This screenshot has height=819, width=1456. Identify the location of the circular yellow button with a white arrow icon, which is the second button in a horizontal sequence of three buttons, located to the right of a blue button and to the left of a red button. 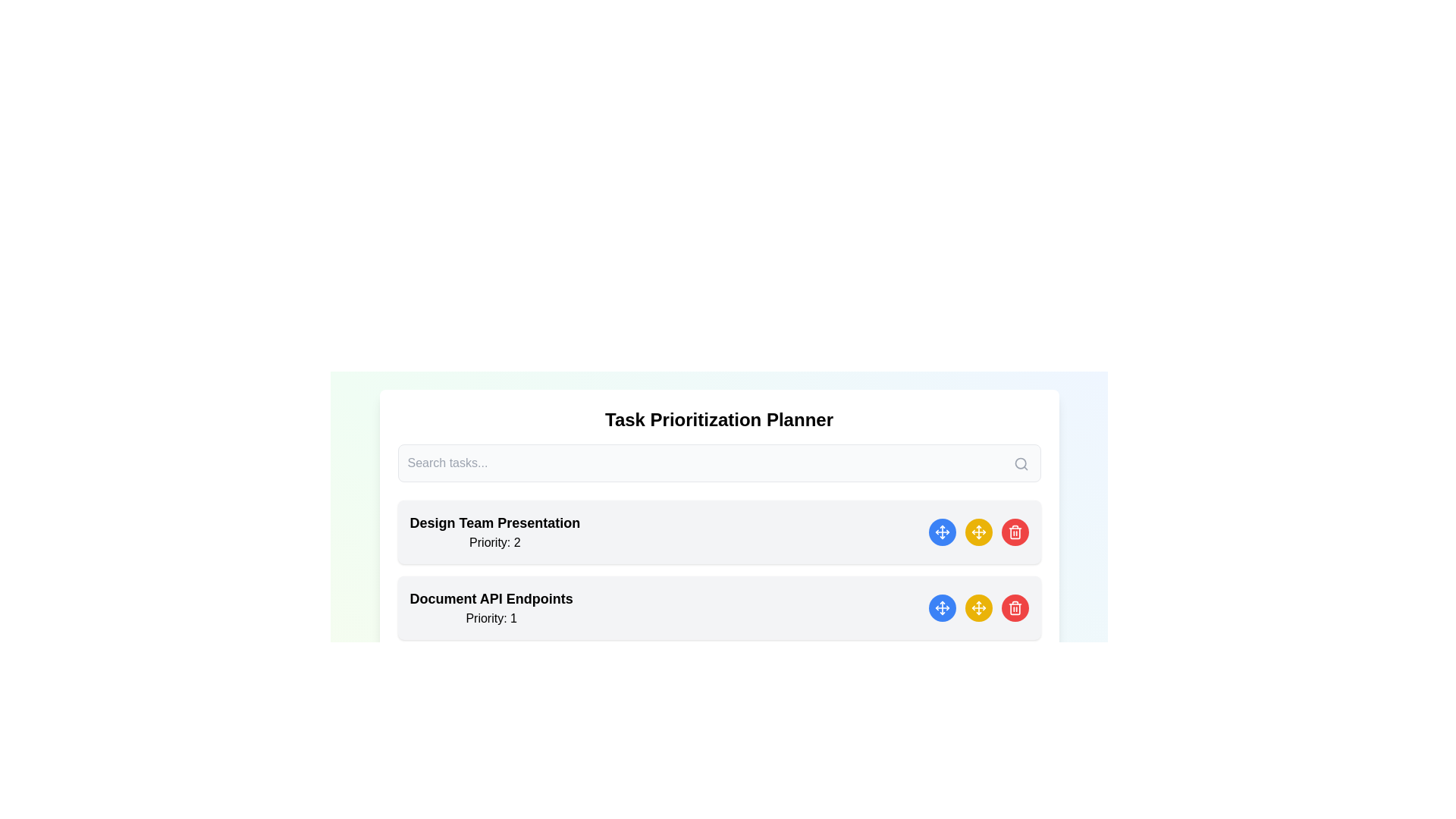
(978, 532).